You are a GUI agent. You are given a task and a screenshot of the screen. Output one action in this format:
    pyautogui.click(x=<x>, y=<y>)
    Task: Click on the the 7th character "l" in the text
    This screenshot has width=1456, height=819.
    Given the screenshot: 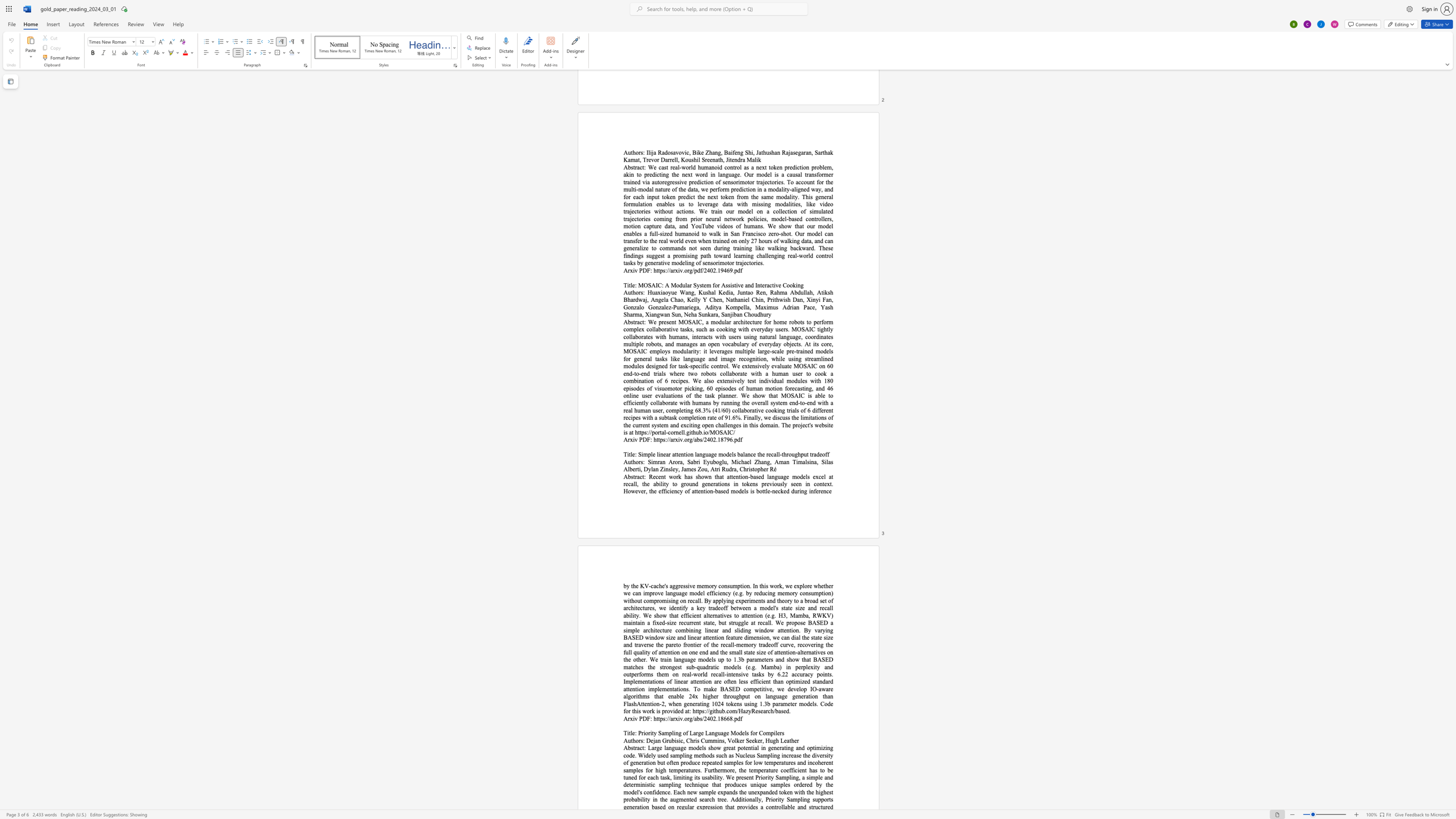 What is the action you would take?
    pyautogui.click(x=671, y=469)
    